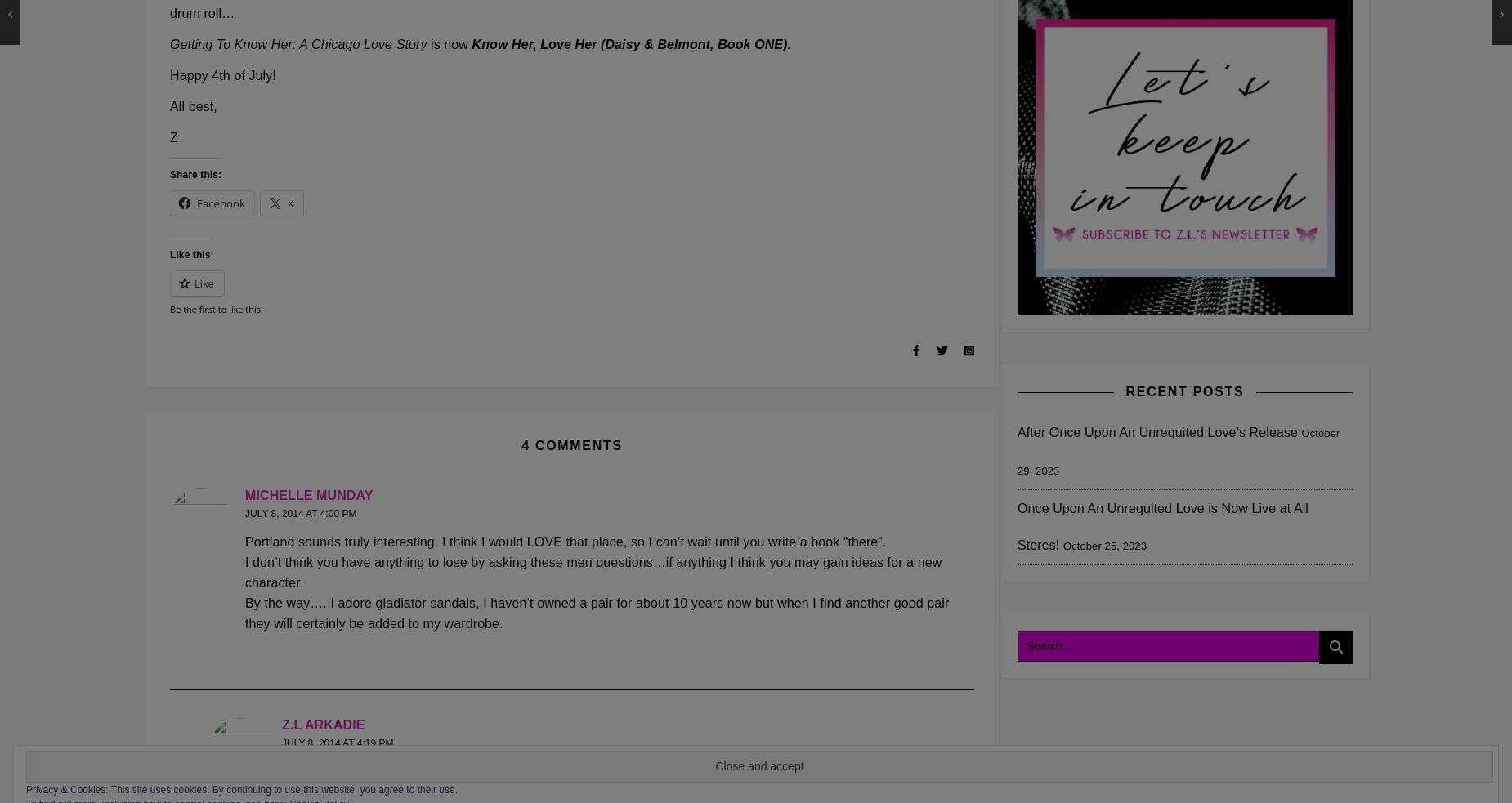 This screenshot has width=1512, height=803. I want to click on 'Z', so click(168, 137).